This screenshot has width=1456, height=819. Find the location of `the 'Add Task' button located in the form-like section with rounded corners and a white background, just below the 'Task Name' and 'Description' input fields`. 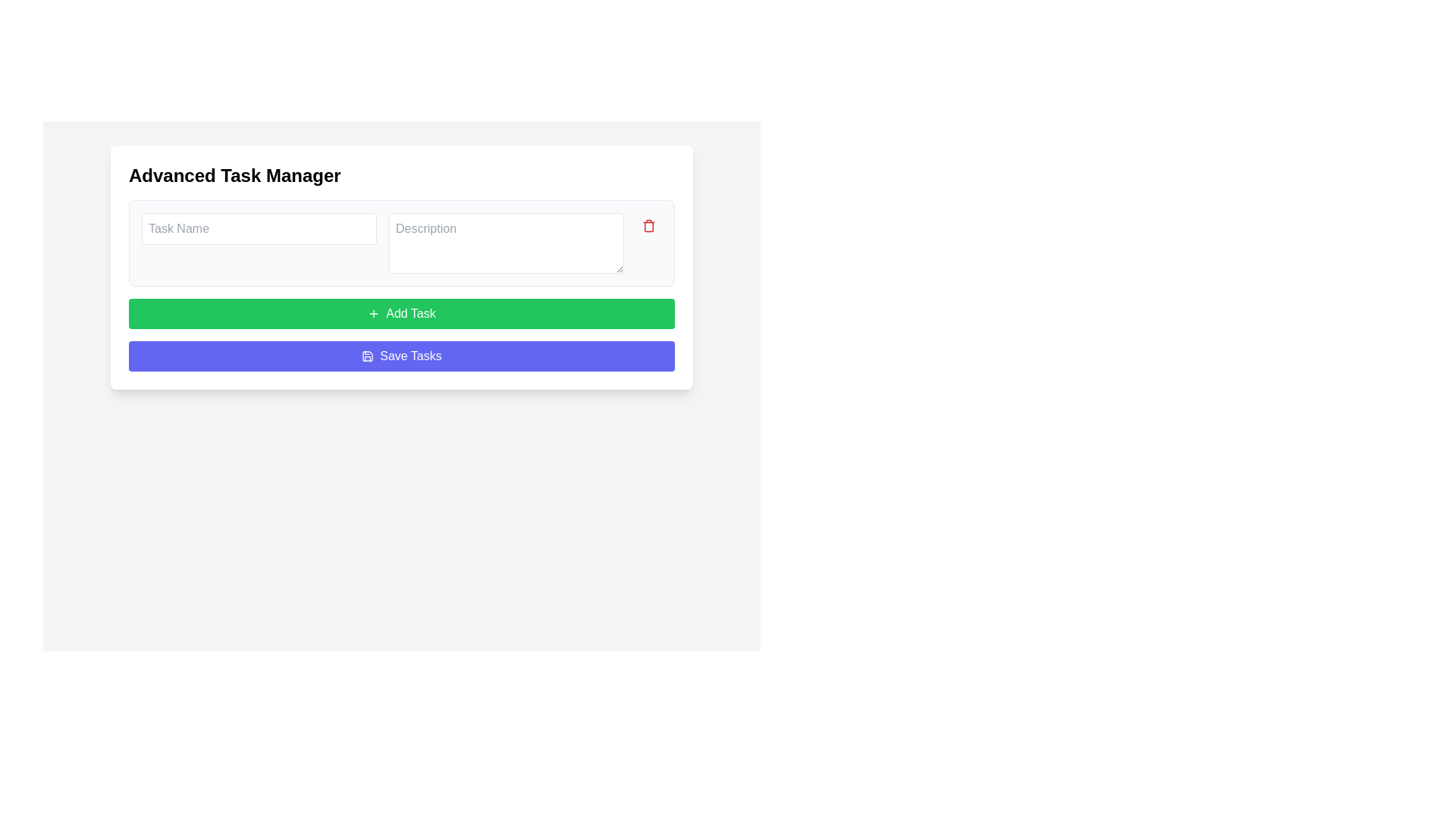

the 'Add Task' button located in the form-like section with rounded corners and a white background, just below the 'Task Name' and 'Description' input fields is located at coordinates (401, 267).